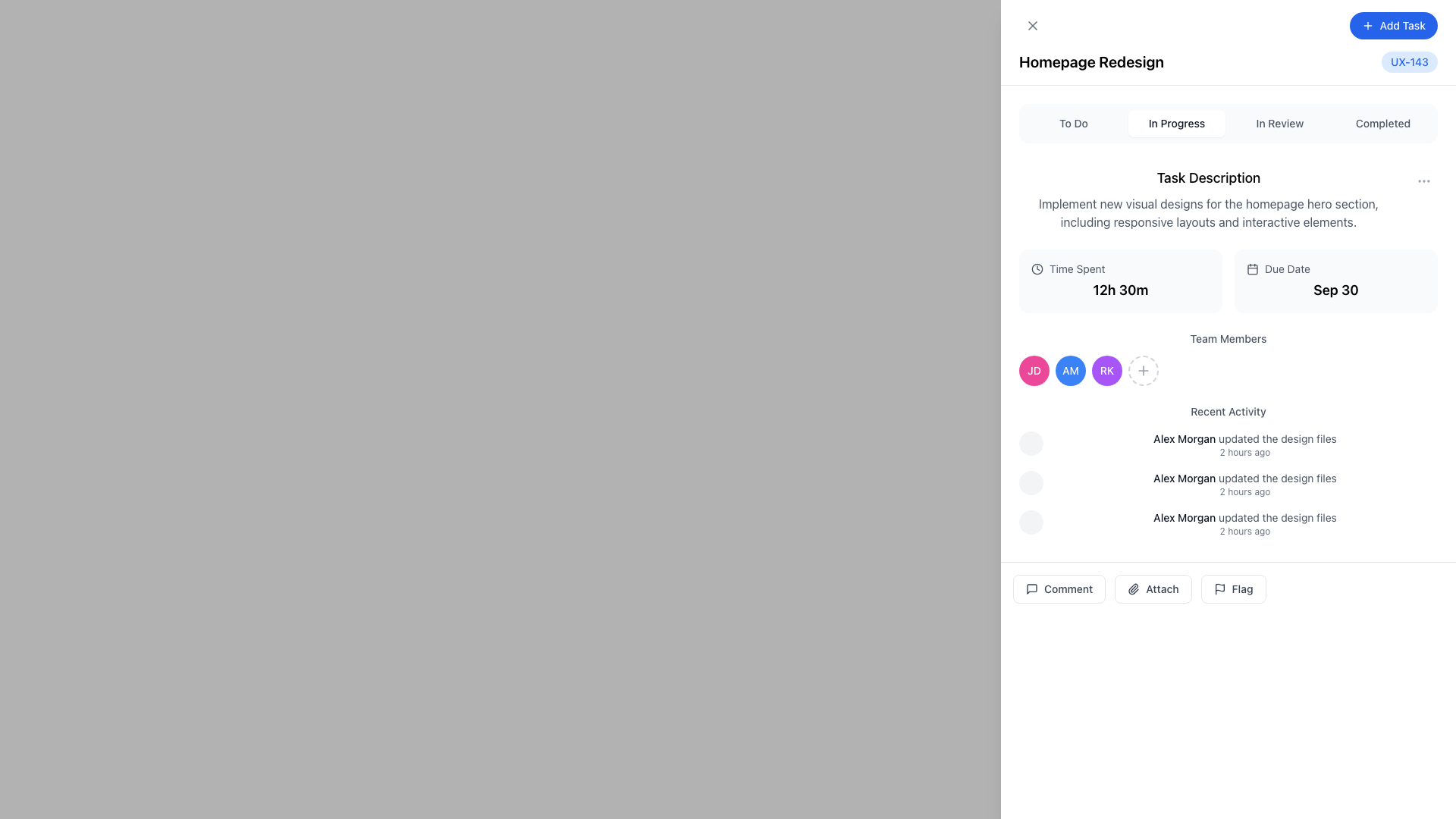 This screenshot has width=1456, height=819. Describe the element at coordinates (1153, 588) in the screenshot. I see `the 'Attach' button, which is the second button in the options 'Comment', 'Attach', and 'Flag'` at that location.